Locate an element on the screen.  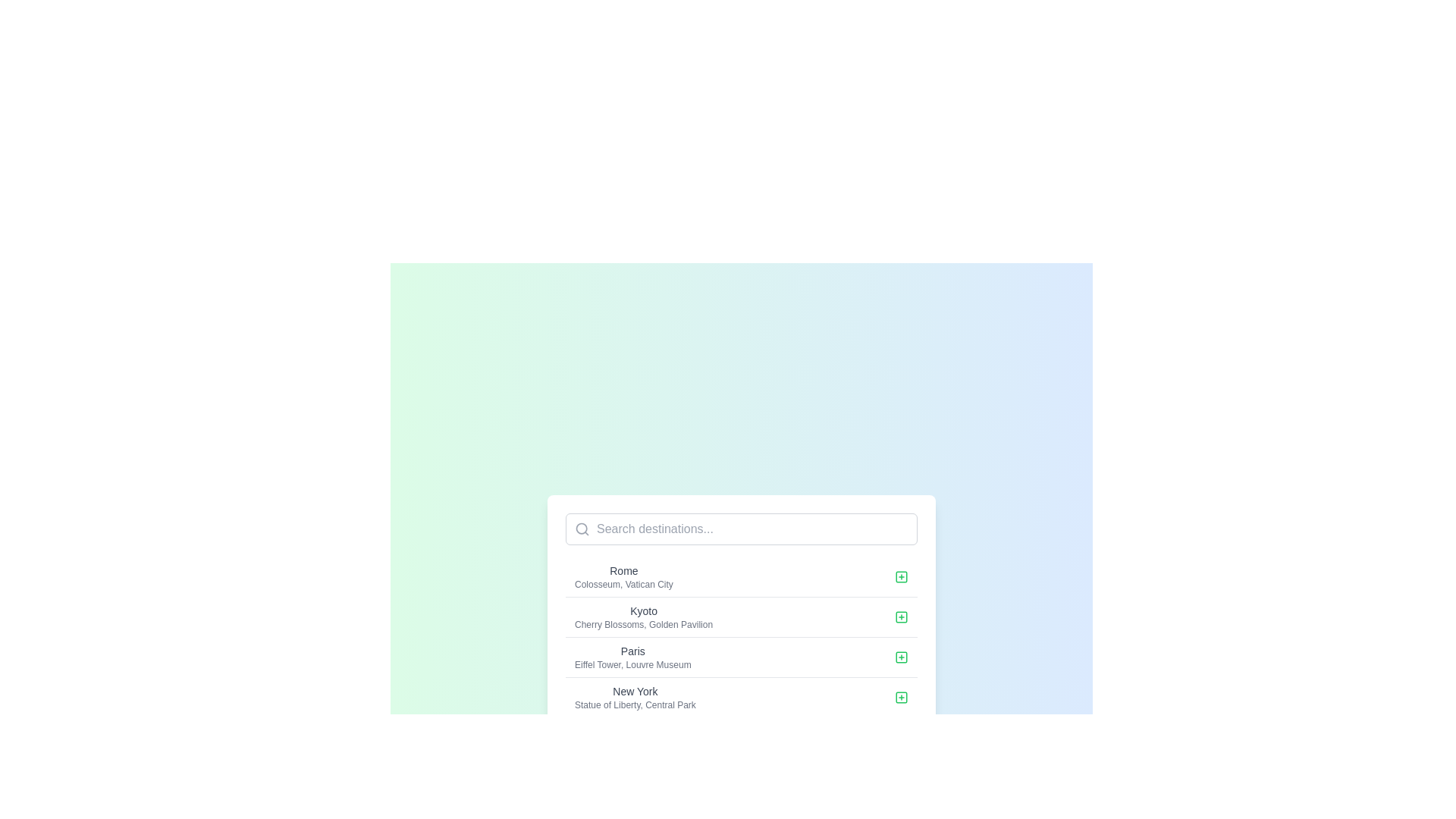
the circular part of the magnifying glass icon within the search bar, indicating its functionality for entering search queries is located at coordinates (581, 528).